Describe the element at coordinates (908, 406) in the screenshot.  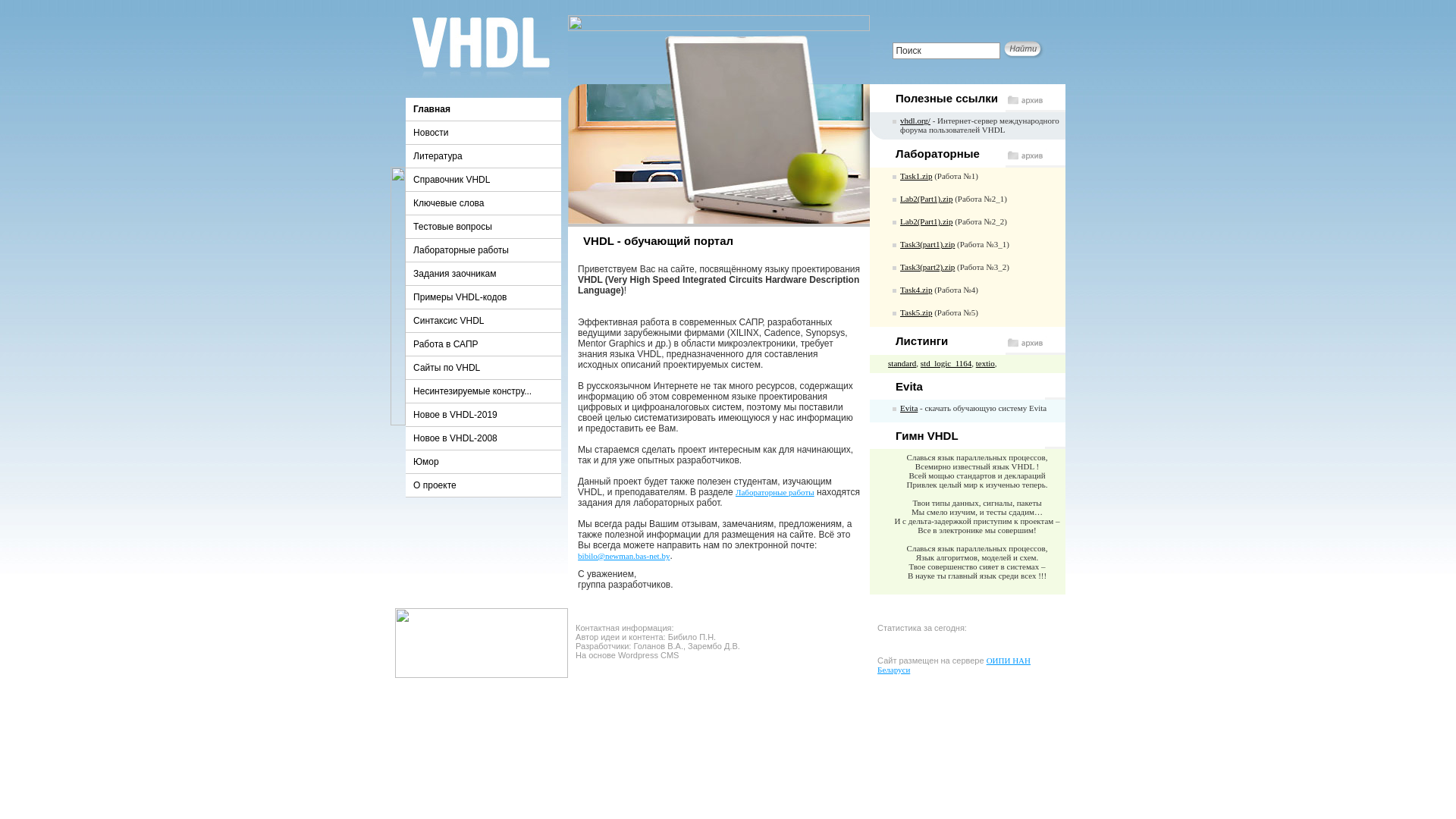
I see `'Evita'` at that location.